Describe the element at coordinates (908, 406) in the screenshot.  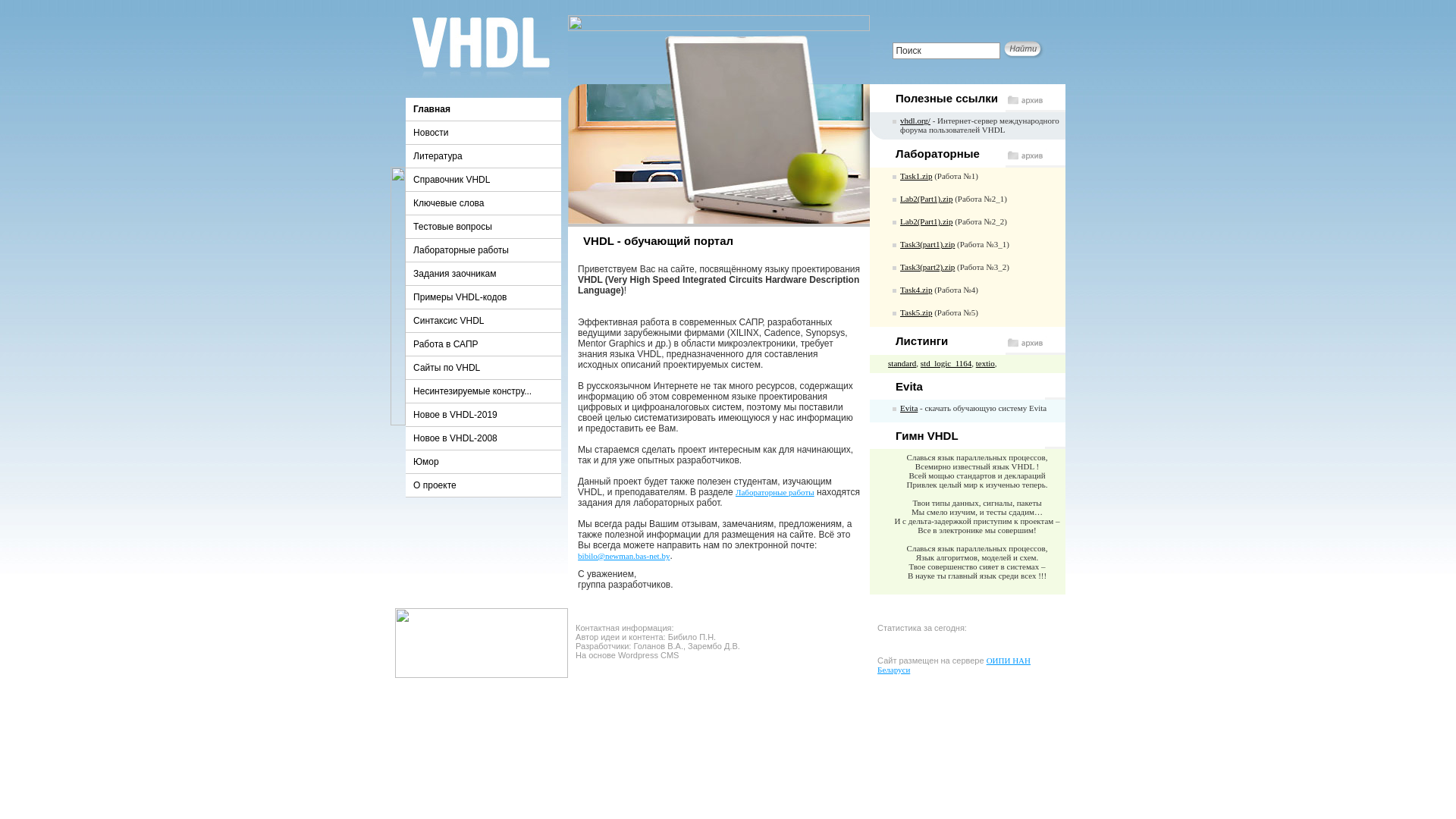
I see `'Evita'` at that location.